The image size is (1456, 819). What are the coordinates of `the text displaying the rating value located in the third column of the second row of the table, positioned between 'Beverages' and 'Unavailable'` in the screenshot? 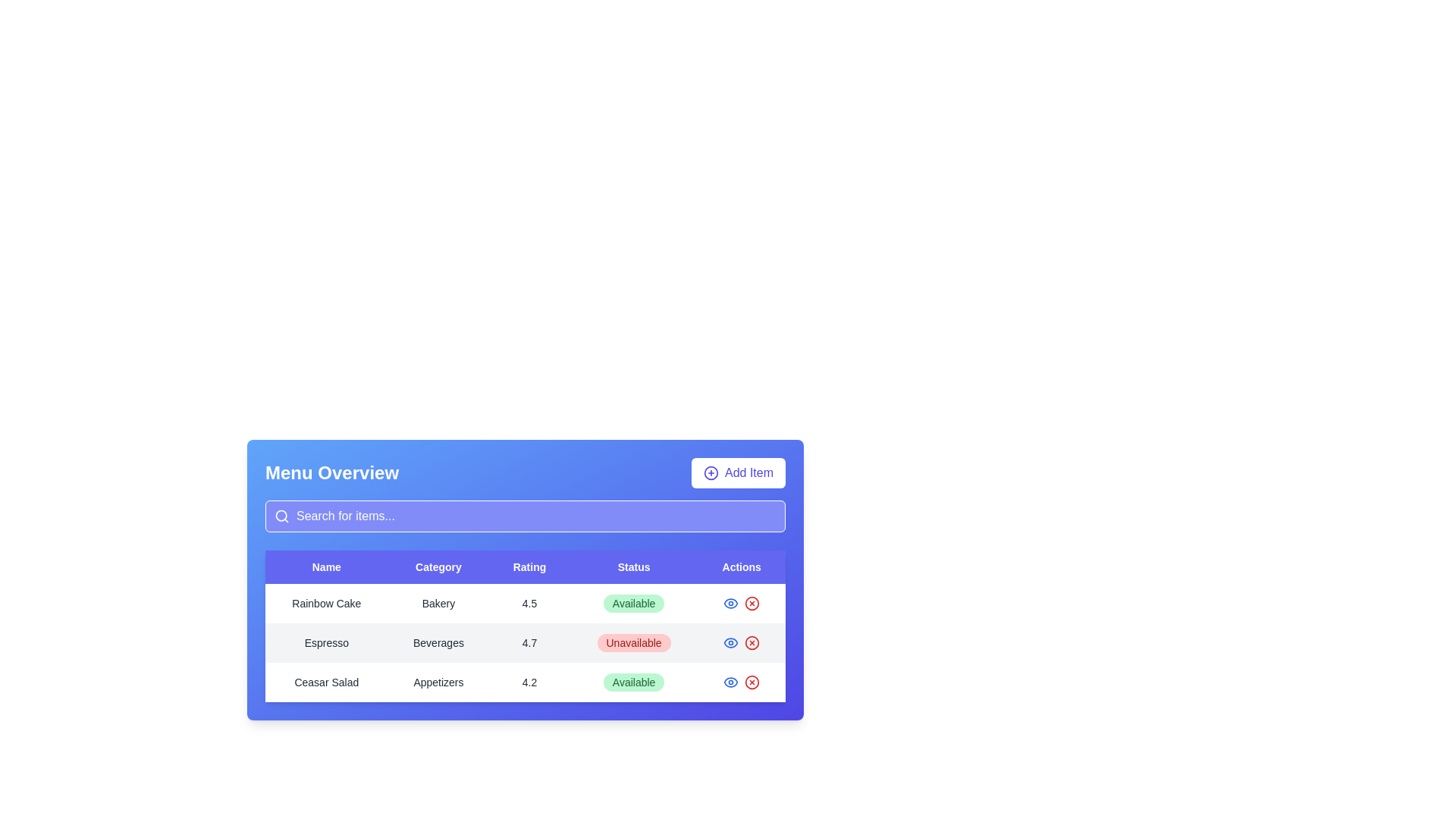 It's located at (529, 643).